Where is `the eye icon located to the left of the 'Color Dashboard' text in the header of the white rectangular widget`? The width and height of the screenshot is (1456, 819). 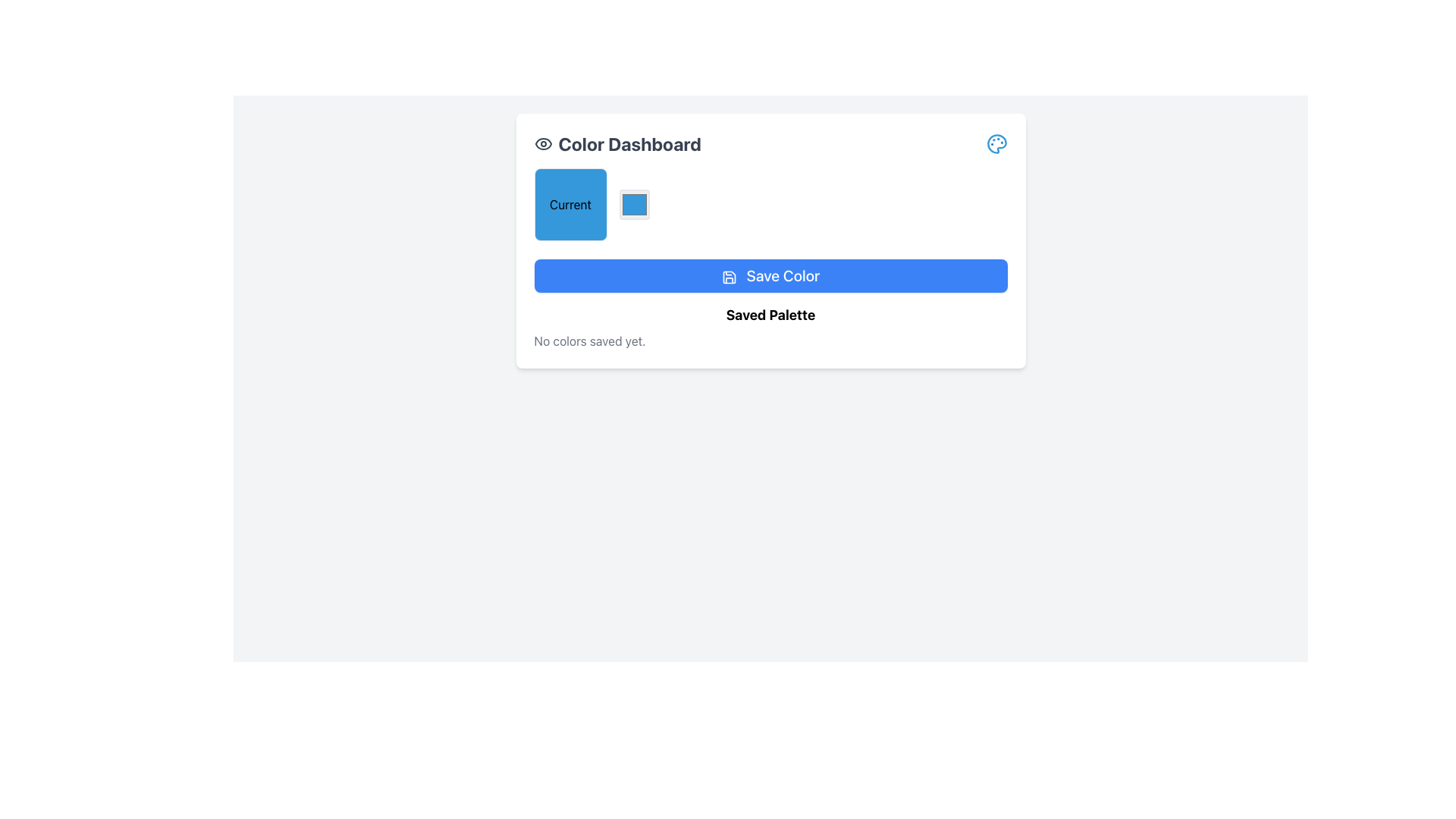
the eye icon located to the left of the 'Color Dashboard' text in the header of the white rectangular widget is located at coordinates (543, 143).